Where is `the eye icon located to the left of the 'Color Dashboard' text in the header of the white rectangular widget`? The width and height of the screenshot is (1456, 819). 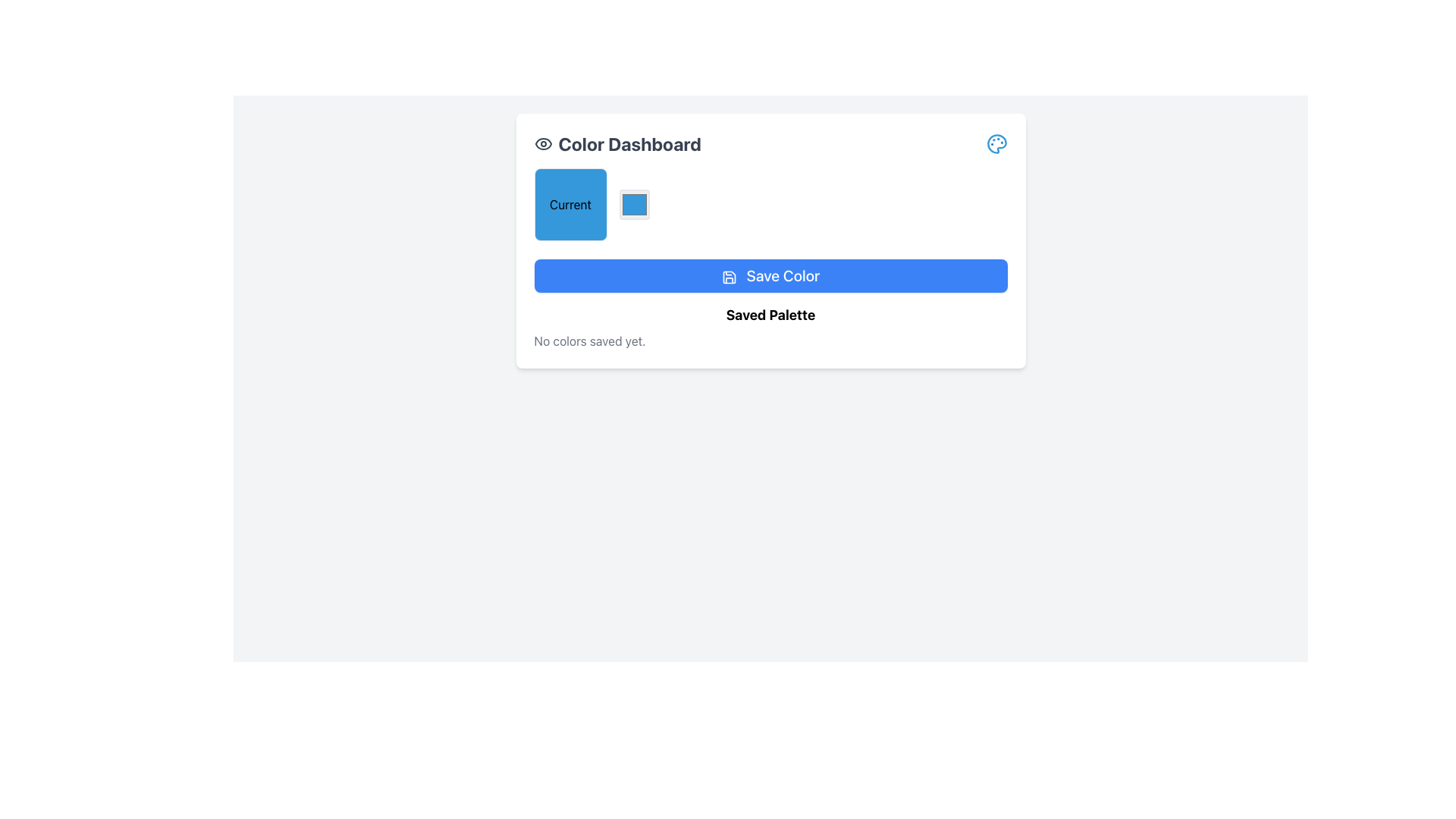
the eye icon located to the left of the 'Color Dashboard' text in the header of the white rectangular widget is located at coordinates (543, 143).